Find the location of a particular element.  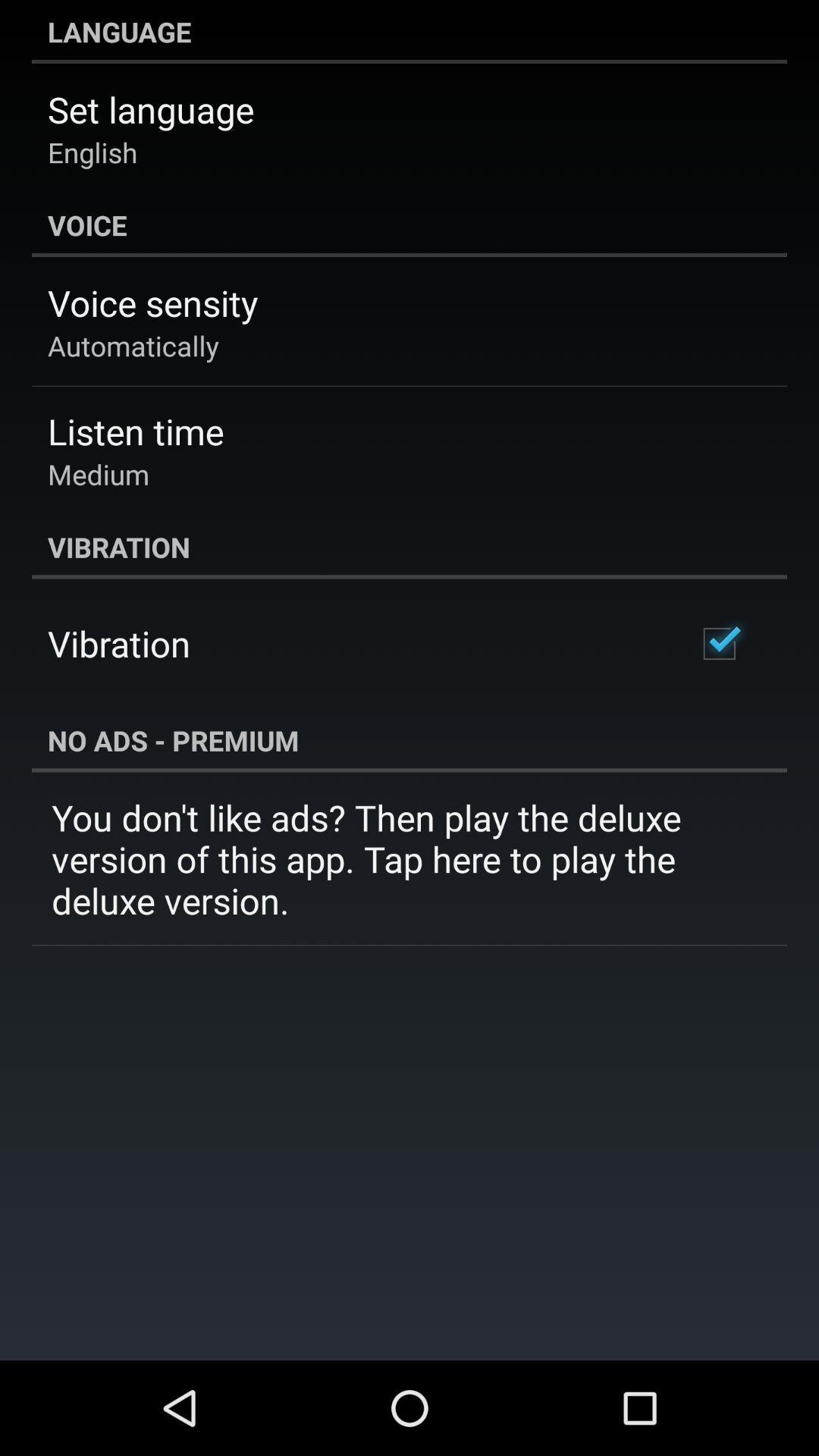

the automatically app is located at coordinates (132, 345).